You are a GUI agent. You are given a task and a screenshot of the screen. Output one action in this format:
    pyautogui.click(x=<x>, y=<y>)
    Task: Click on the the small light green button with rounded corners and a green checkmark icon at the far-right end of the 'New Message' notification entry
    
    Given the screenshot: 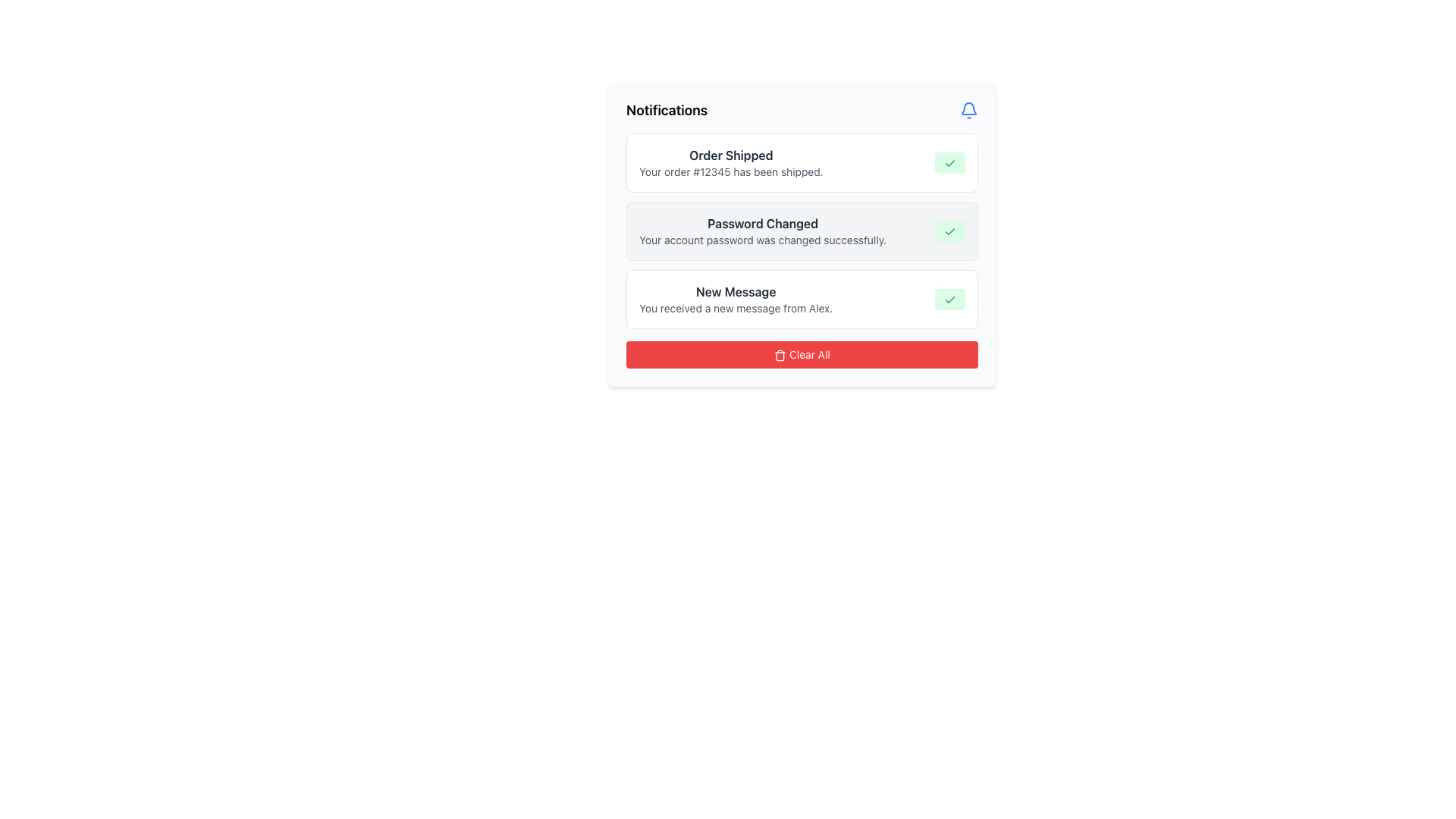 What is the action you would take?
    pyautogui.click(x=949, y=299)
    